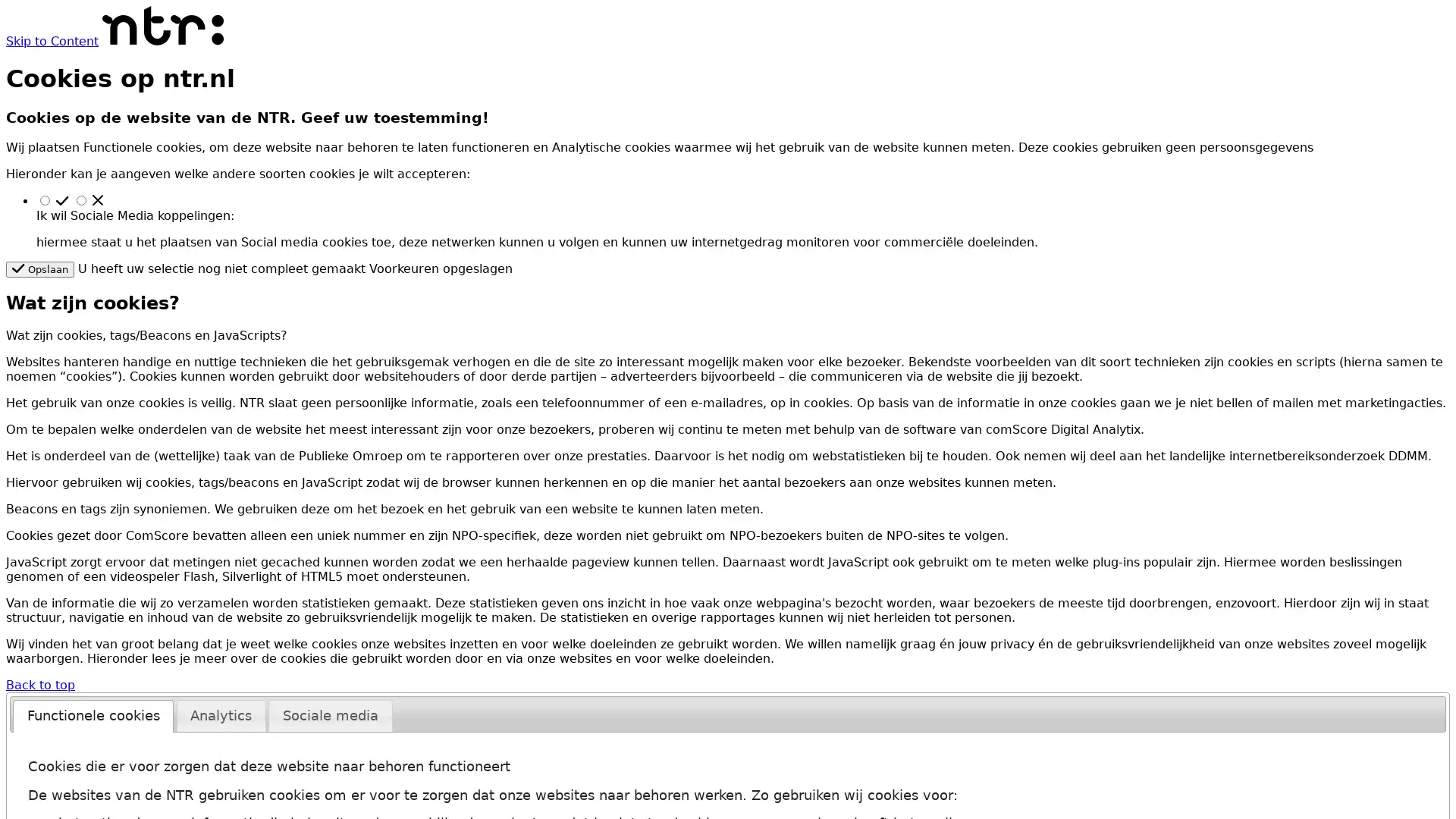  Describe the element at coordinates (39, 268) in the screenshot. I see `Opslaan` at that location.